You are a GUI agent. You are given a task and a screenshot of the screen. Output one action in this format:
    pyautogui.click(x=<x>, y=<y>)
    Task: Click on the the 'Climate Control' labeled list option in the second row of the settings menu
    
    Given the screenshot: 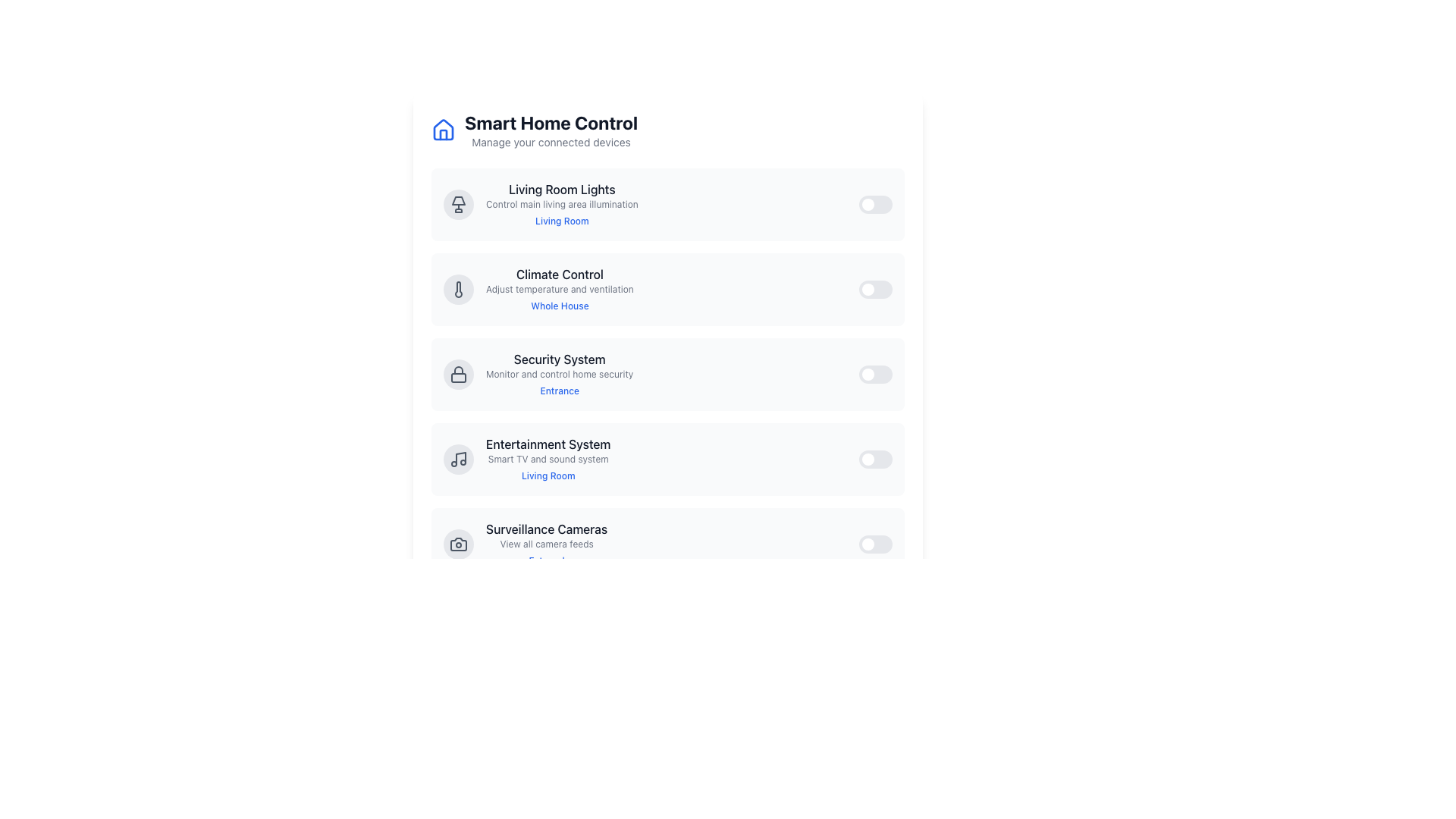 What is the action you would take?
    pyautogui.click(x=538, y=289)
    